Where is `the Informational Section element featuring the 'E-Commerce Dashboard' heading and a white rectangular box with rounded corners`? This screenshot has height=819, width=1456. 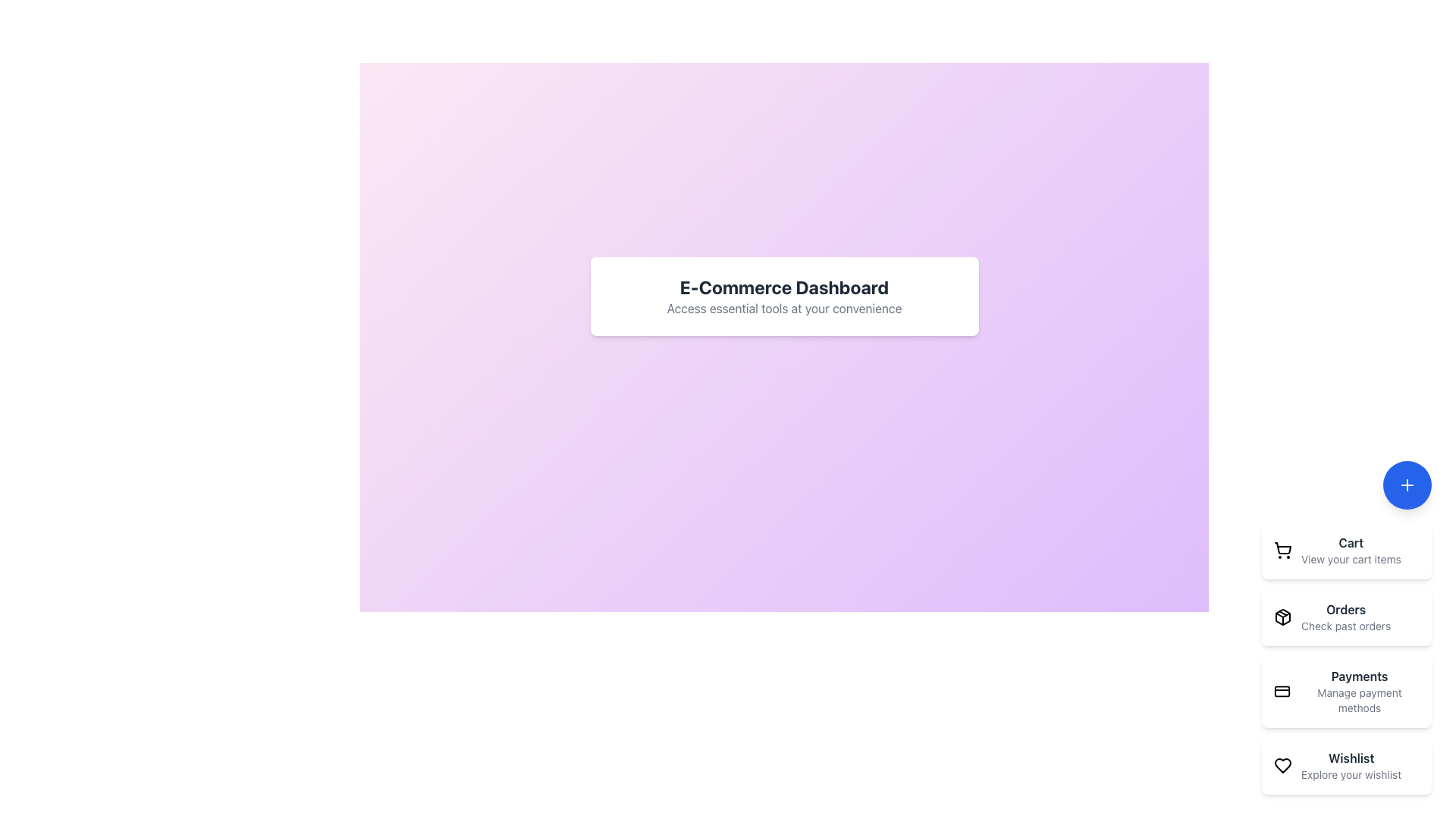
the Informational Section element featuring the 'E-Commerce Dashboard' heading and a white rectangular box with rounded corners is located at coordinates (784, 296).